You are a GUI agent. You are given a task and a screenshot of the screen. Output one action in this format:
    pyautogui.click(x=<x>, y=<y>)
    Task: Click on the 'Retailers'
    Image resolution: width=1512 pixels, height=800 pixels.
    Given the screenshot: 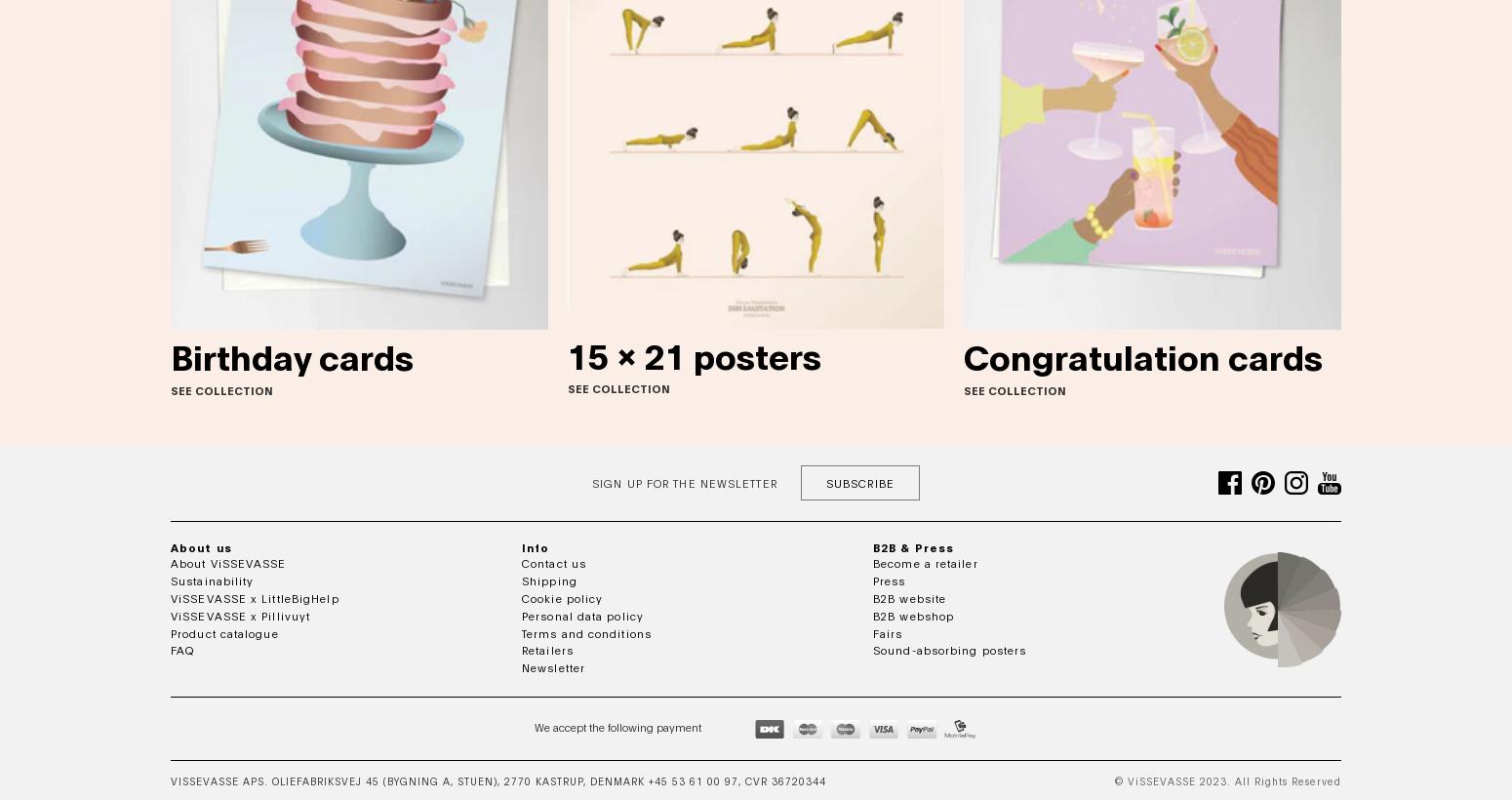 What is the action you would take?
    pyautogui.click(x=546, y=649)
    